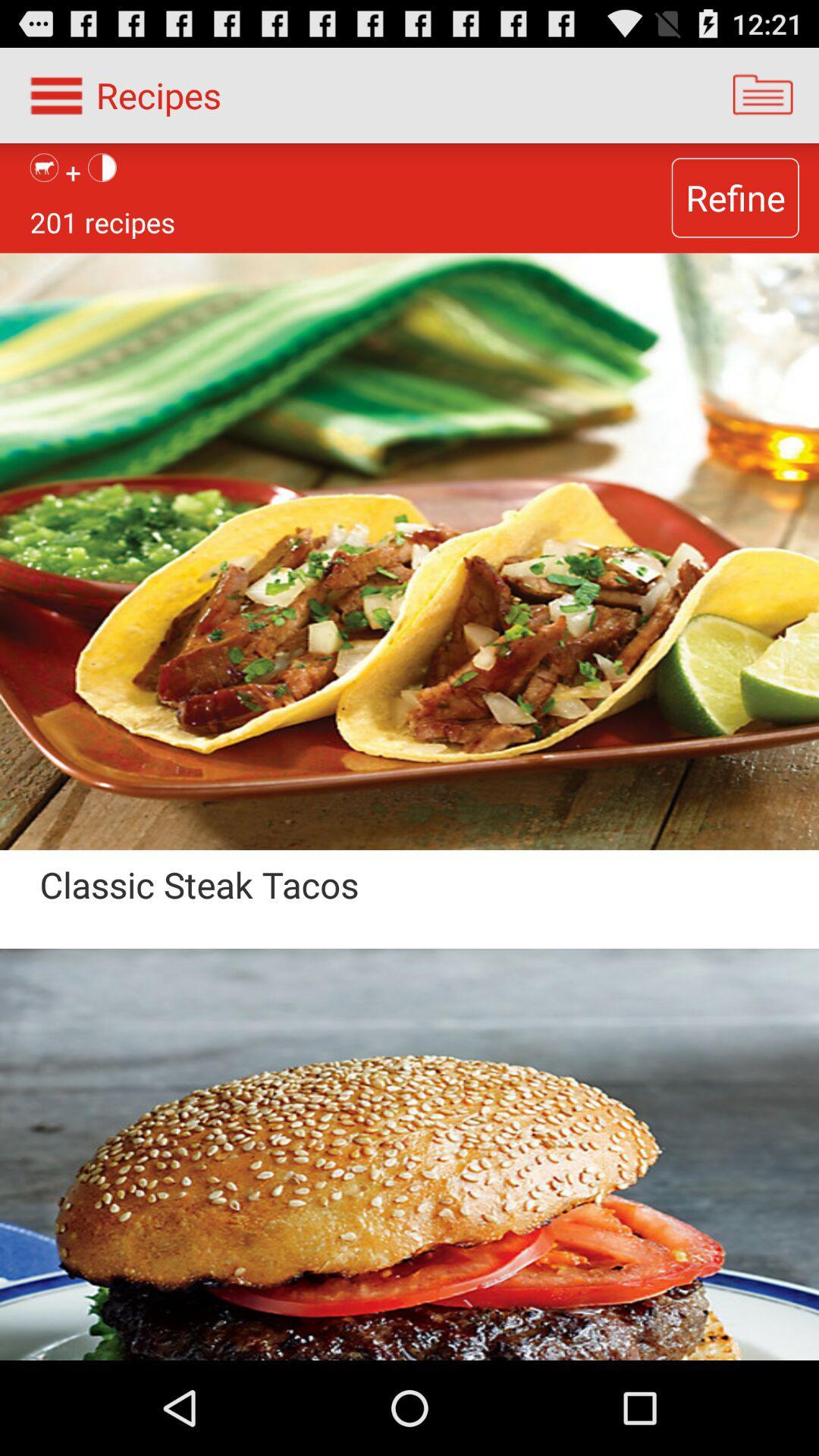 The height and width of the screenshot is (1456, 819). I want to click on the item next to 201 recipes  icon, so click(734, 196).